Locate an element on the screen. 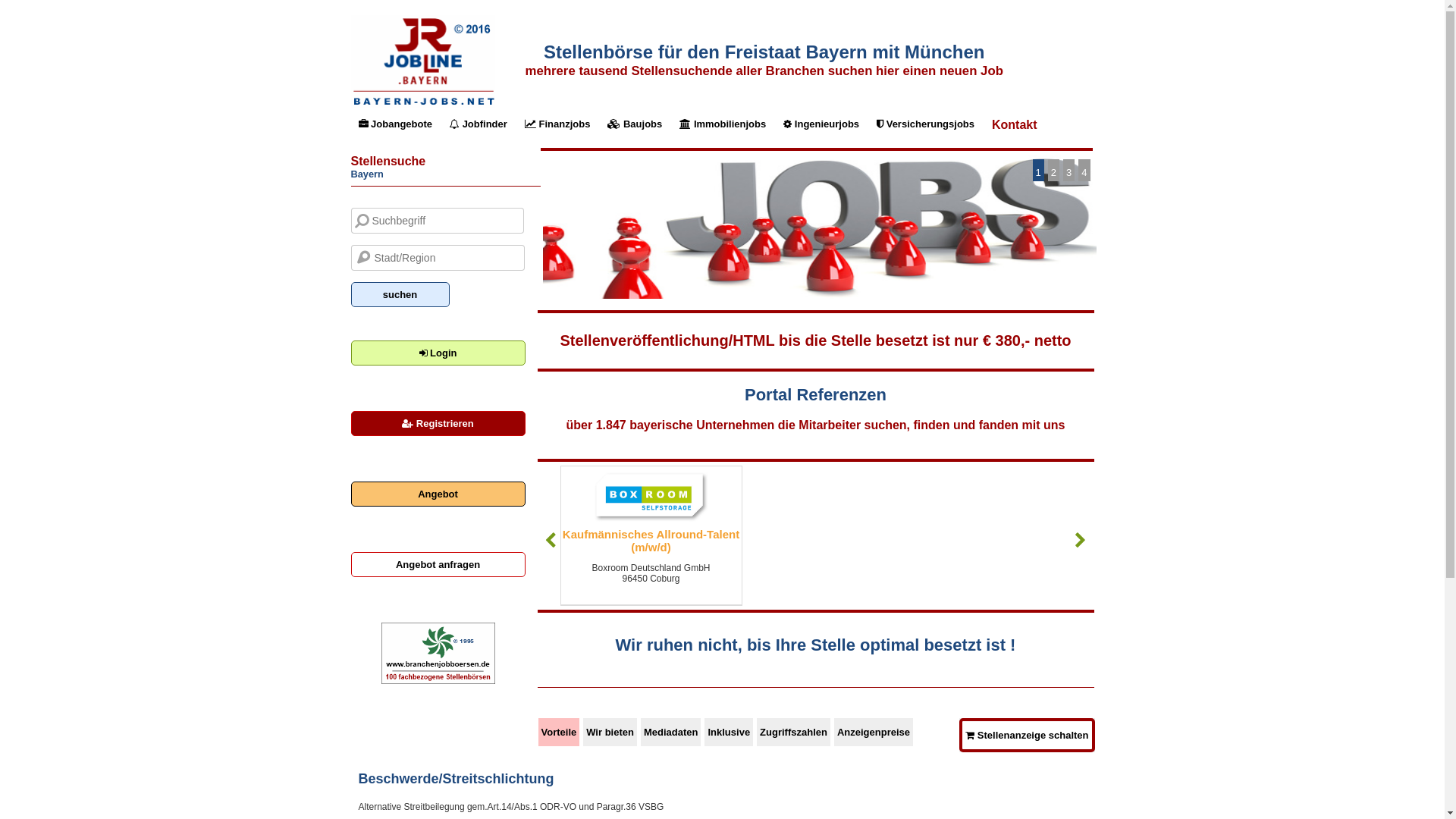 This screenshot has width=1456, height=819. 'Kontakt' is located at coordinates (1016, 124).